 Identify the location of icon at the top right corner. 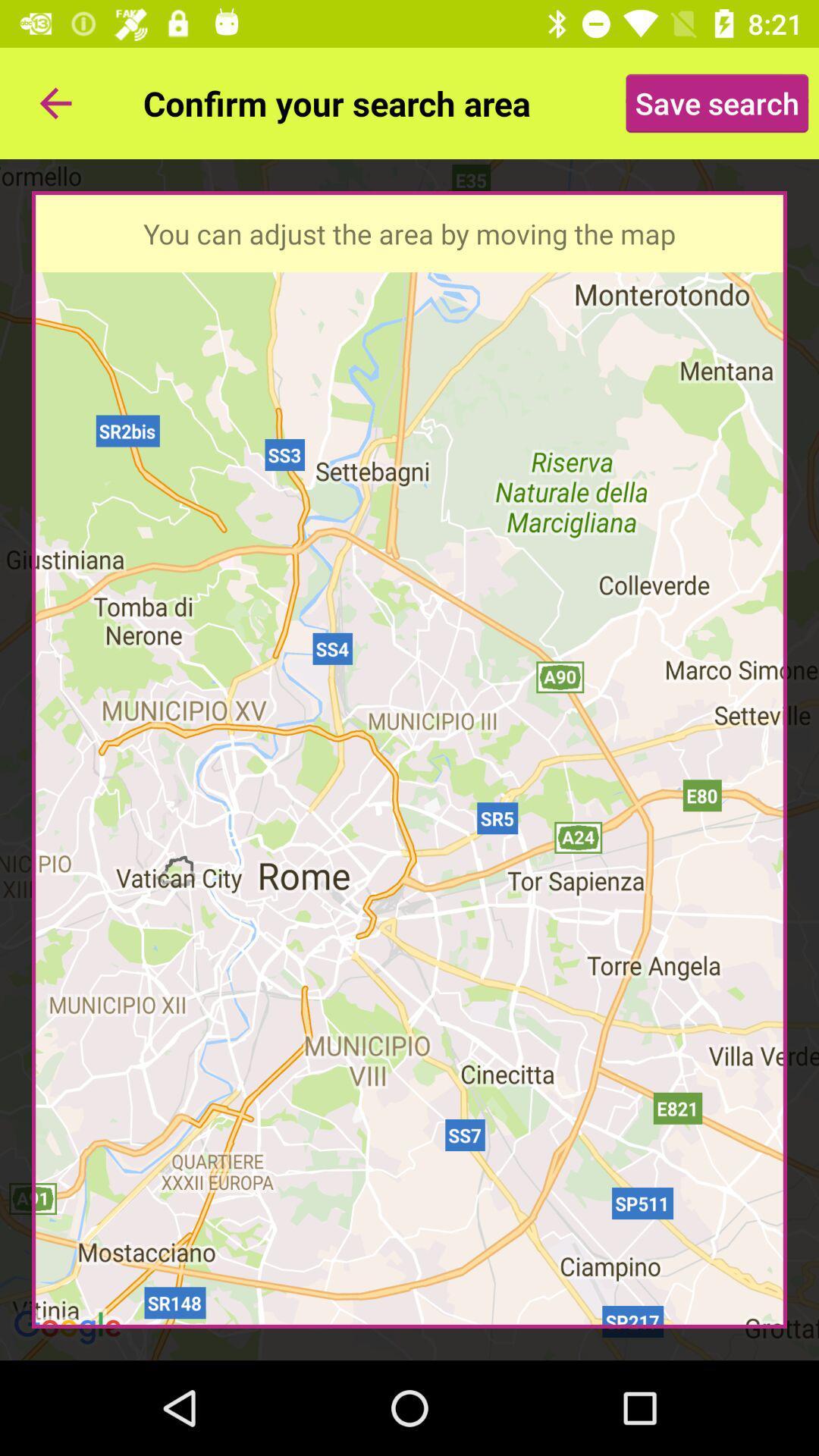
(717, 102).